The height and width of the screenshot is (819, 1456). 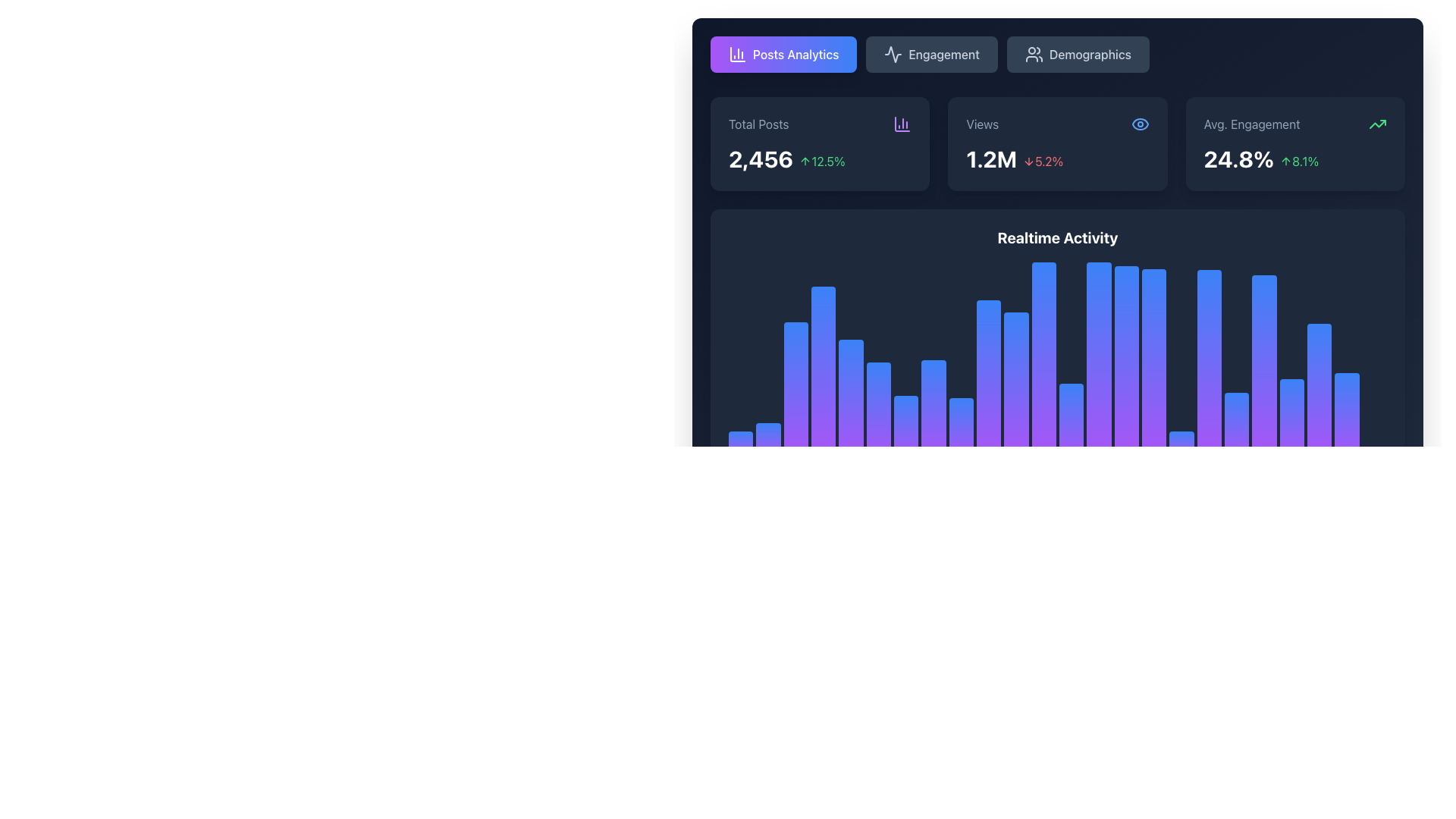 I want to click on the 20th bar in the bar chart under the 'Realtime Activity' title, so click(x=1264, y=382).